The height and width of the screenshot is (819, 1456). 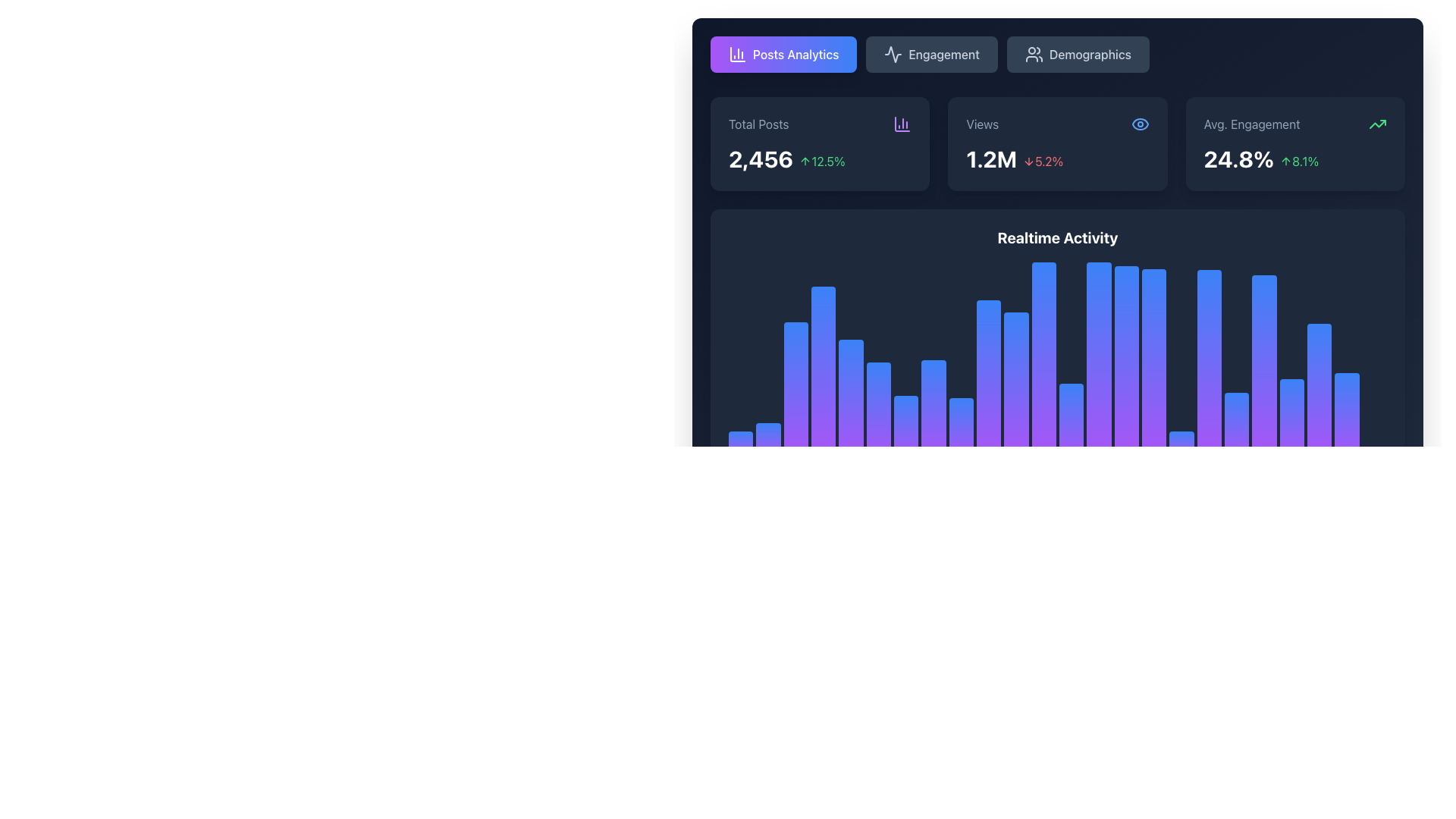 I want to click on the 20th bar in the bar chart under the 'Realtime Activity' title, so click(x=1264, y=382).